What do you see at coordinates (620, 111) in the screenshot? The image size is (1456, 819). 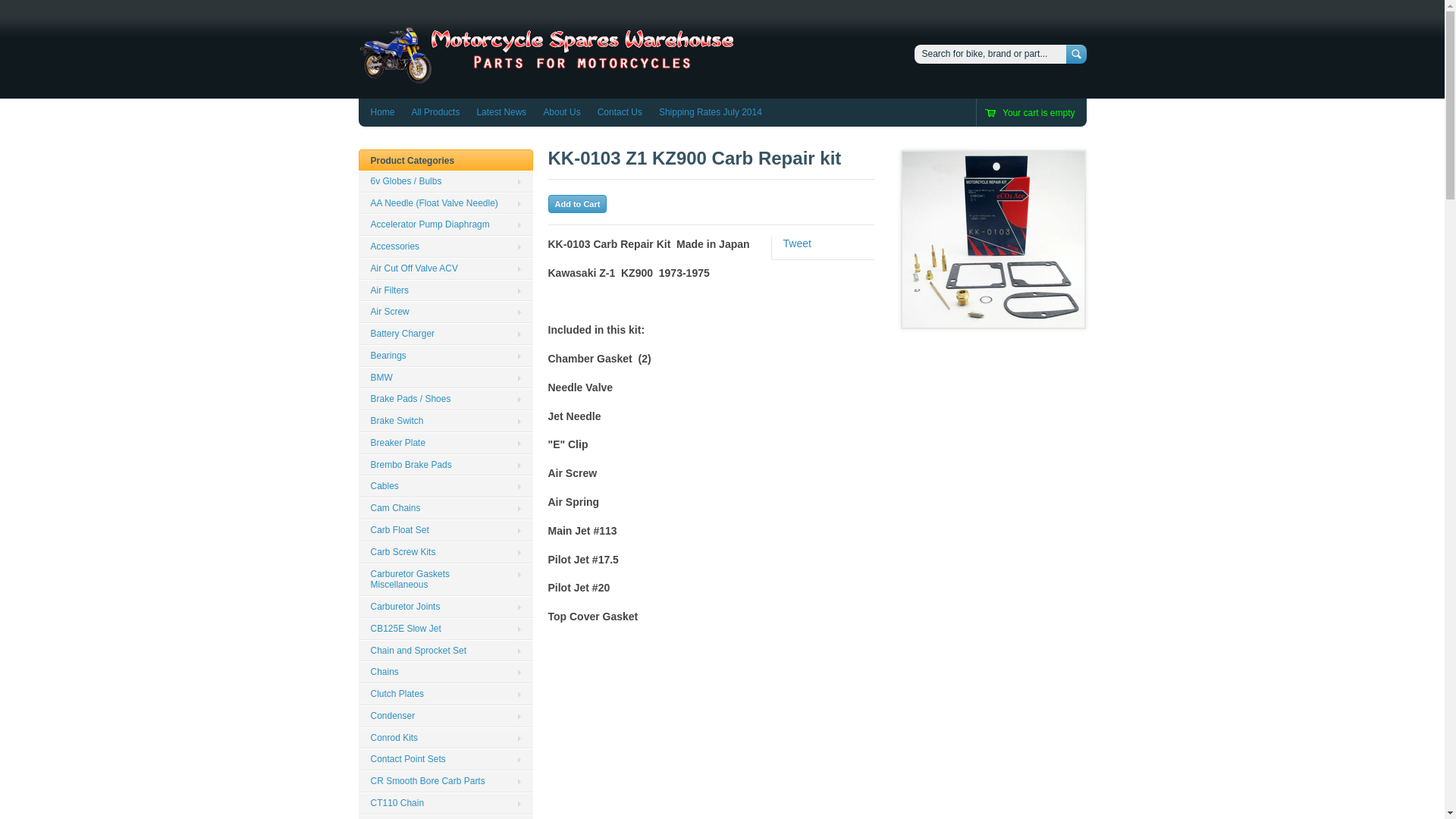 I see `'Contact Us'` at bounding box center [620, 111].